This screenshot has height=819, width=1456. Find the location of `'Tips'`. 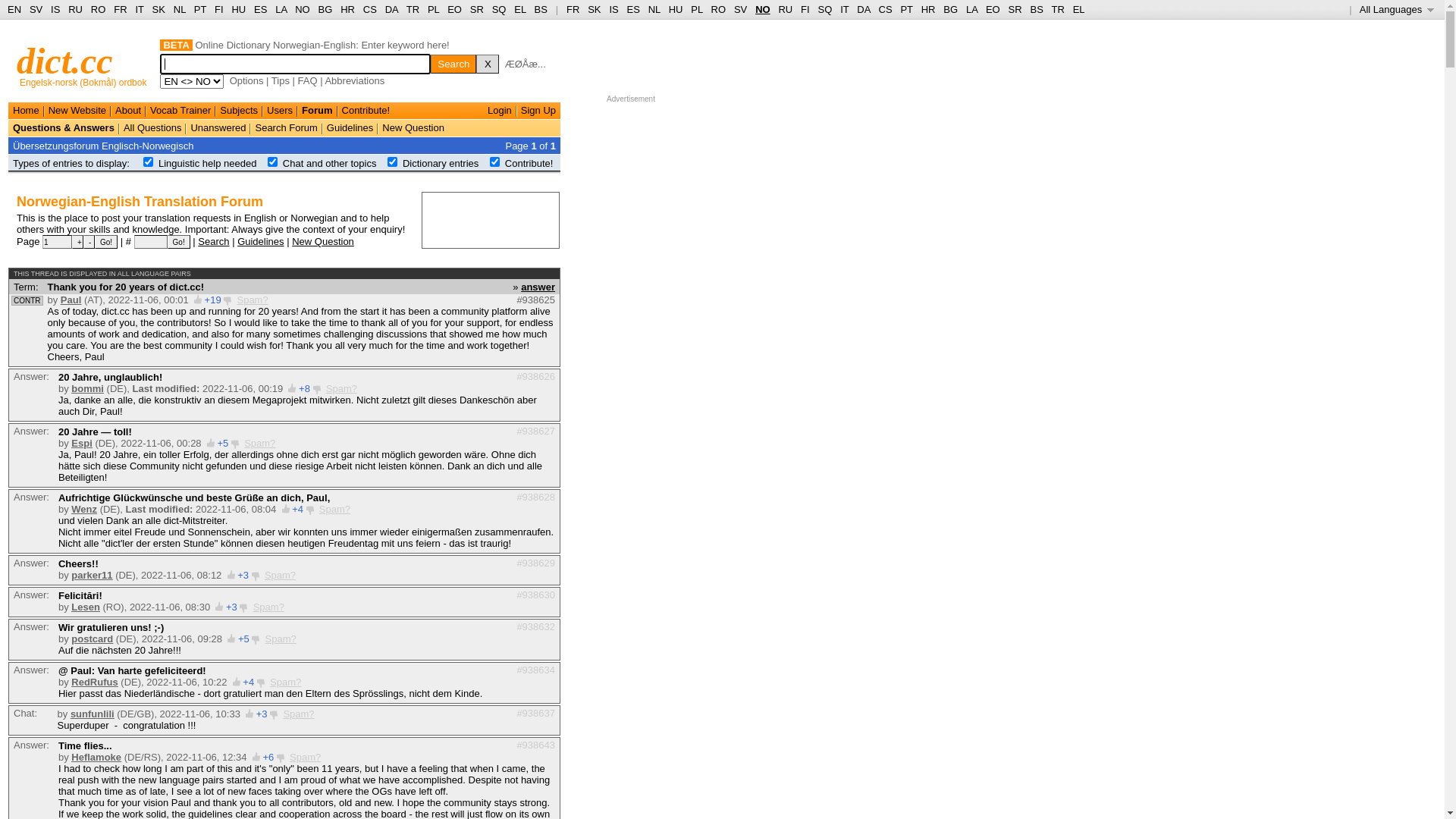

'Tips' is located at coordinates (280, 80).